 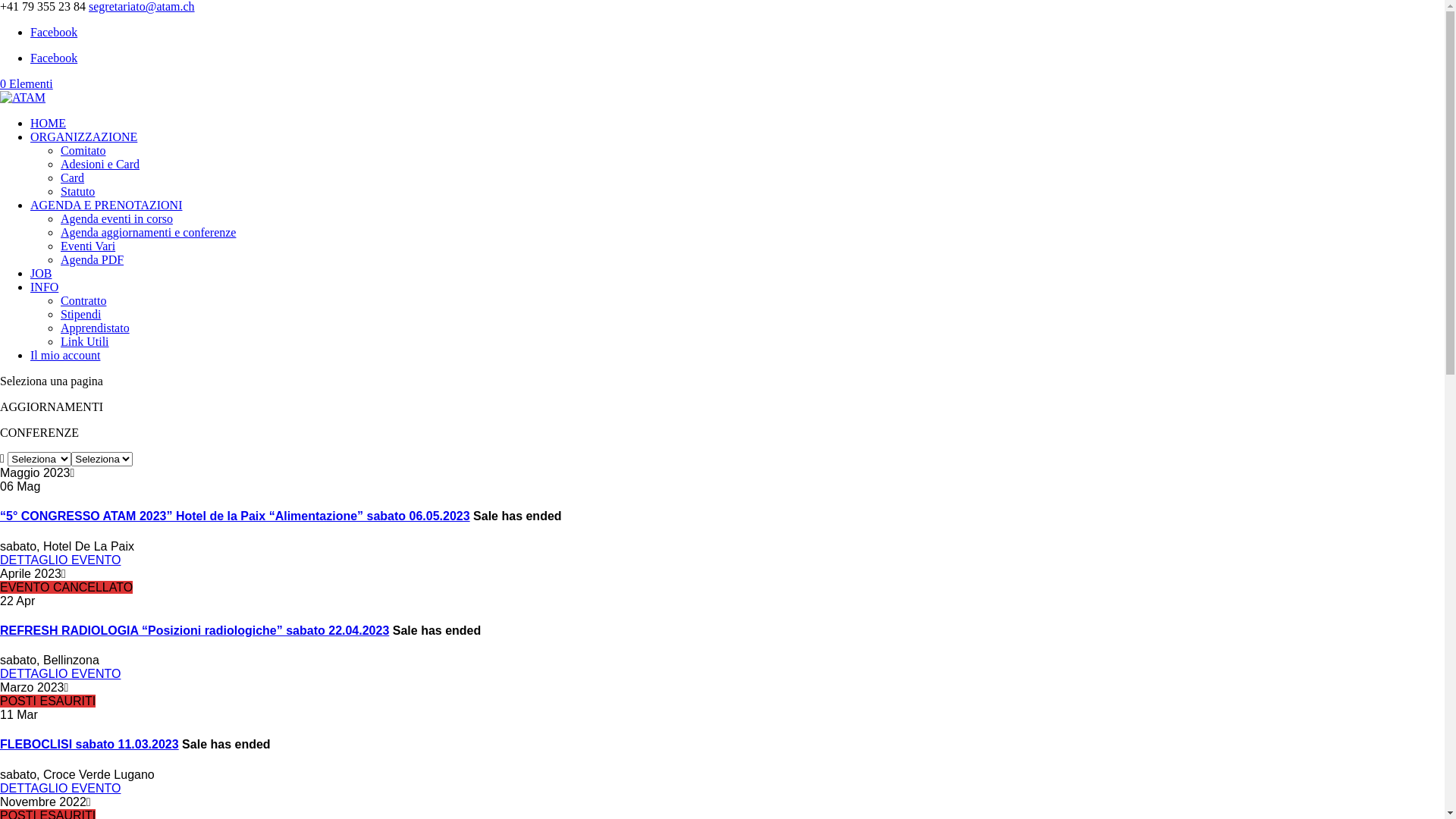 I want to click on 'Eventi Vari', so click(x=61, y=245).